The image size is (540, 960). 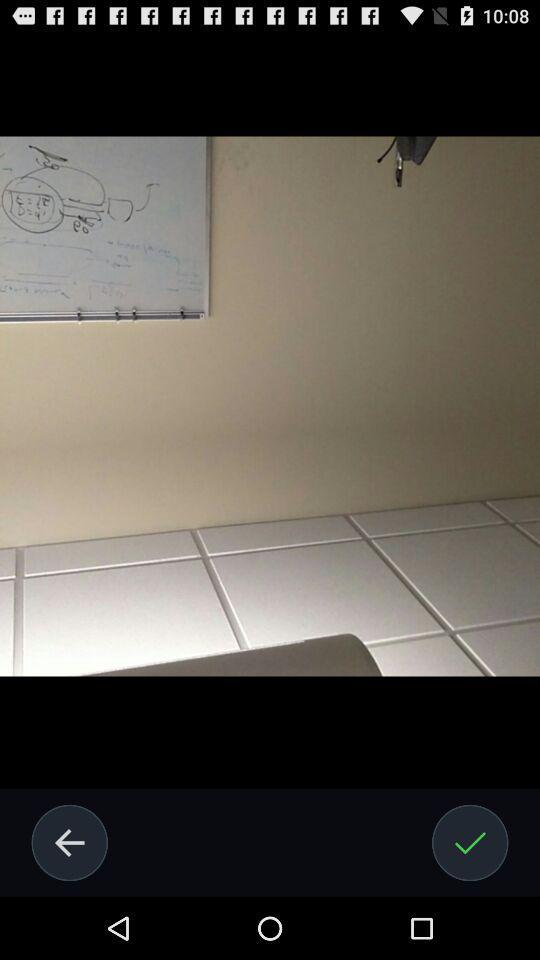 What do you see at coordinates (68, 902) in the screenshot?
I see `the arrow_backward icon` at bounding box center [68, 902].